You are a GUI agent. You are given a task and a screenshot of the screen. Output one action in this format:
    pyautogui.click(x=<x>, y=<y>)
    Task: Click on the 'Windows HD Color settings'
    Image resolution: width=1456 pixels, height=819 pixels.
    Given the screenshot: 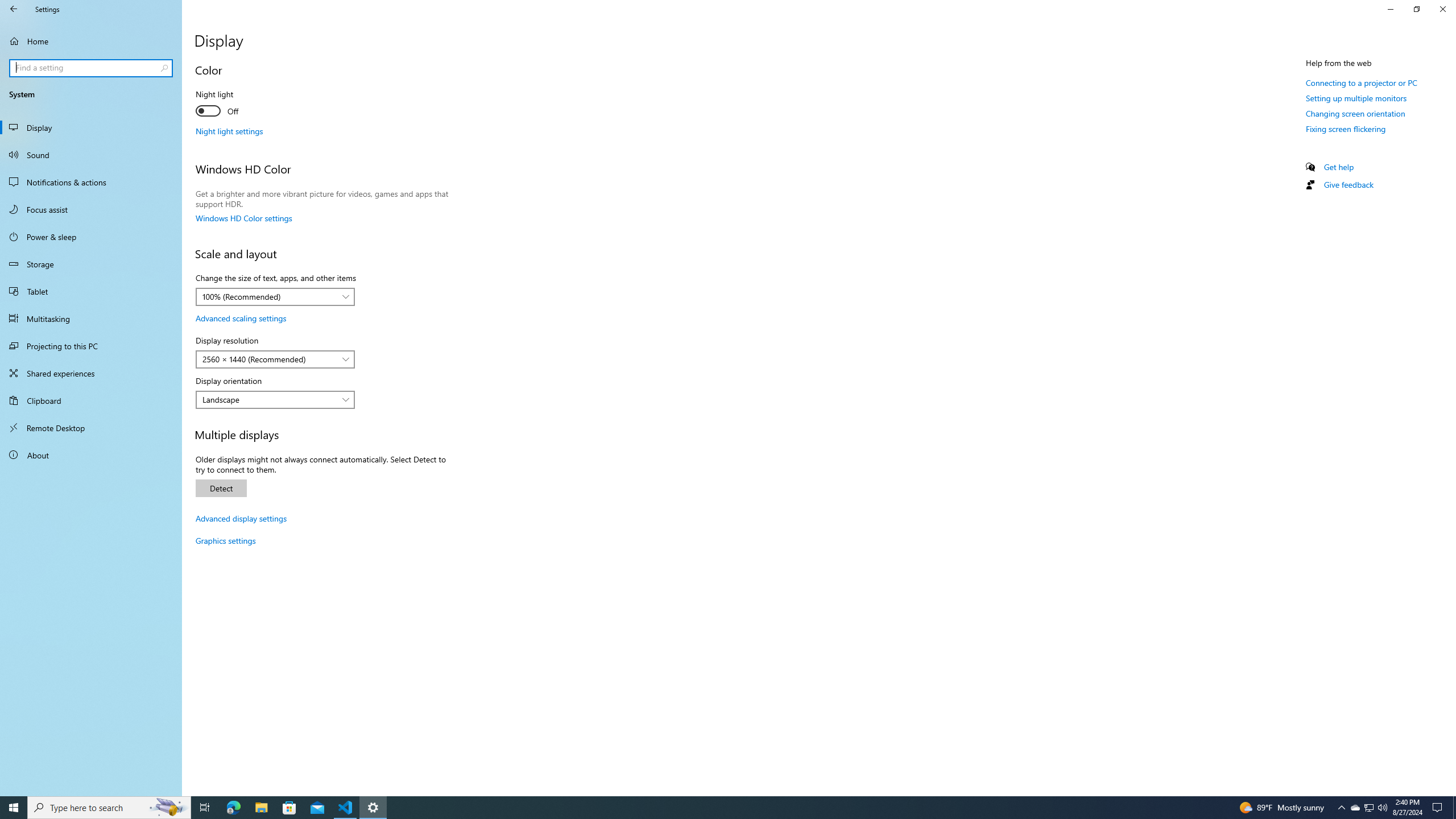 What is the action you would take?
    pyautogui.click(x=243, y=217)
    